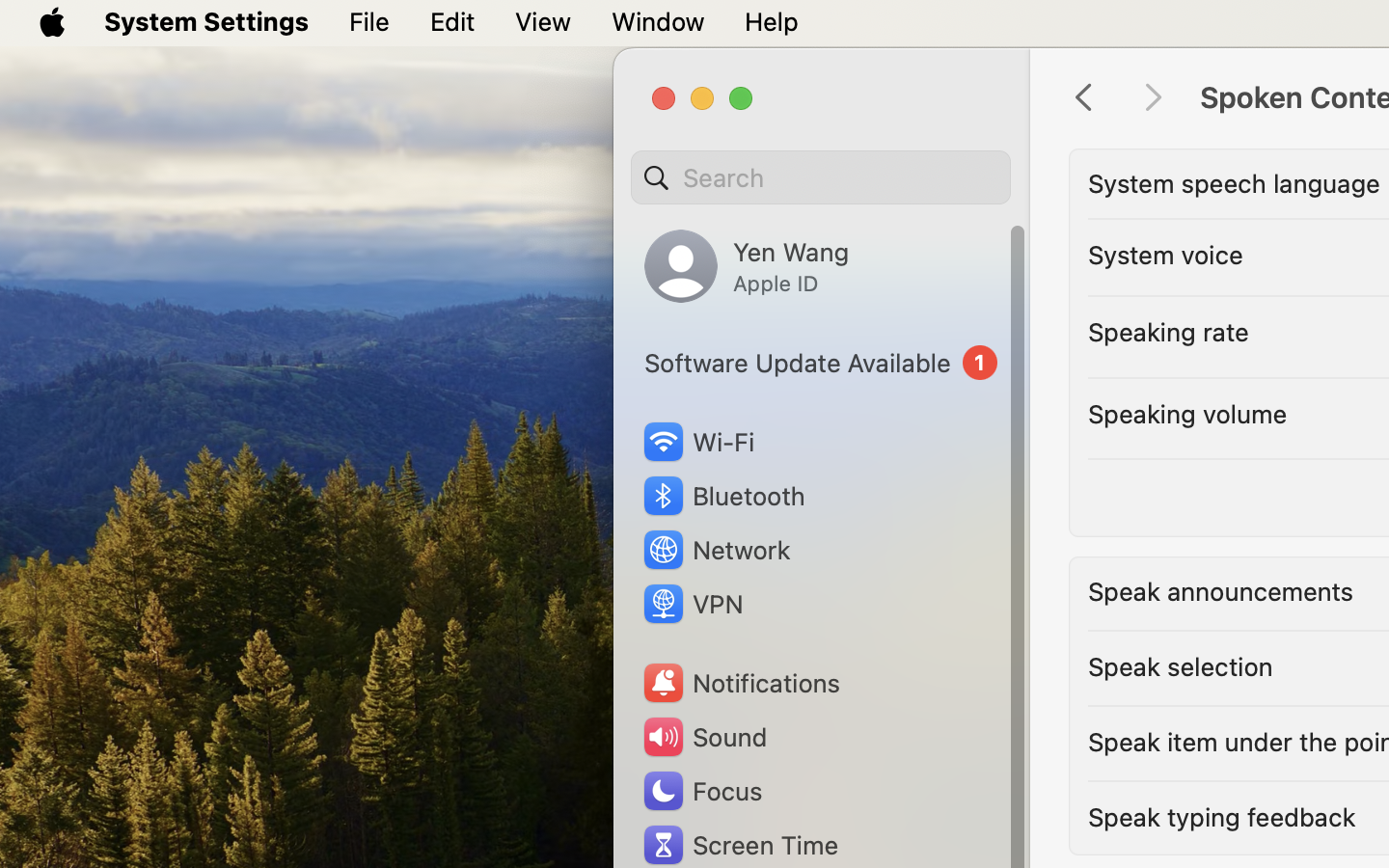 The height and width of the screenshot is (868, 1389). What do you see at coordinates (738, 844) in the screenshot?
I see `'Screen Time'` at bounding box center [738, 844].